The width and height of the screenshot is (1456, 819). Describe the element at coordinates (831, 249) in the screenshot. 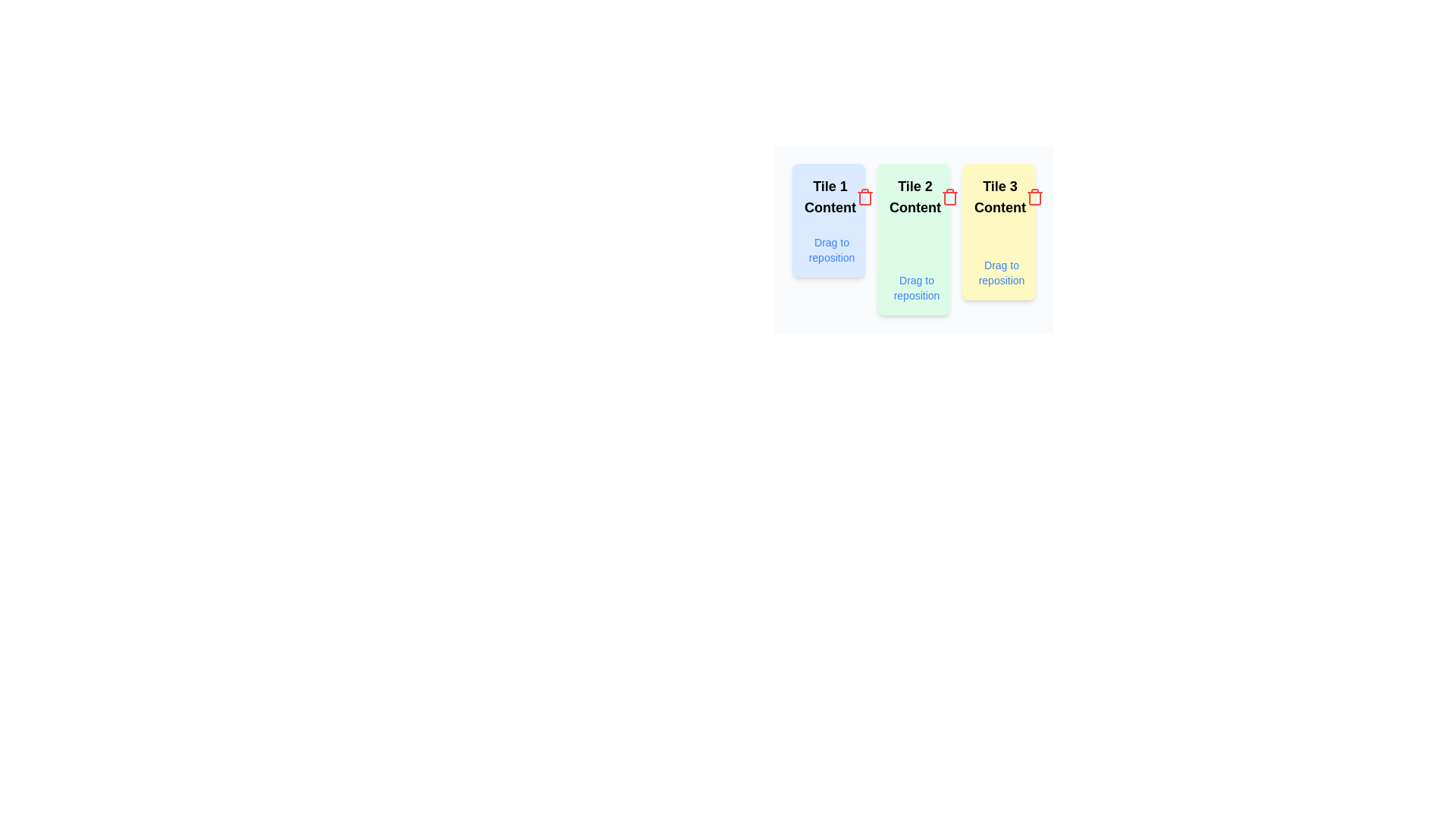

I see `the text label that reads 'Drag to reposition', which is styled in a small blue font and positioned in the bottom center of the first tile with a light blue background` at that location.